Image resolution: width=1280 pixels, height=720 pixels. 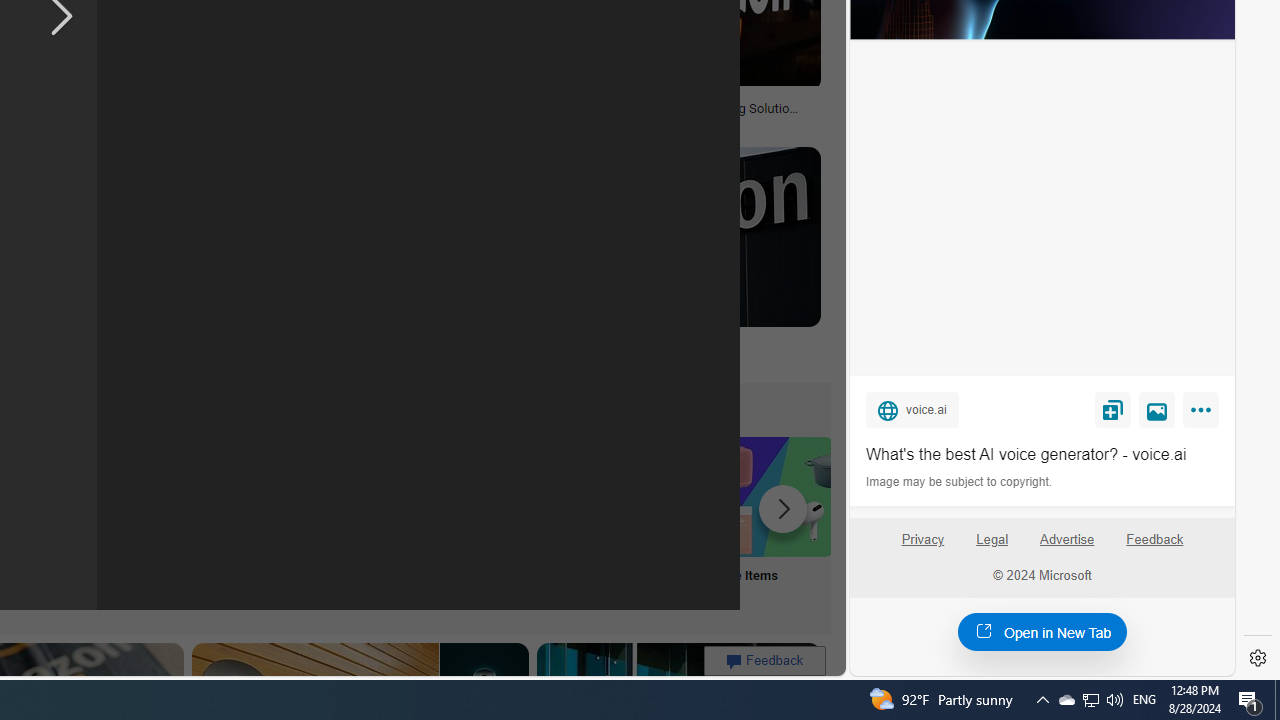 I want to click on 'voice.ai', so click(x=911, y=408).